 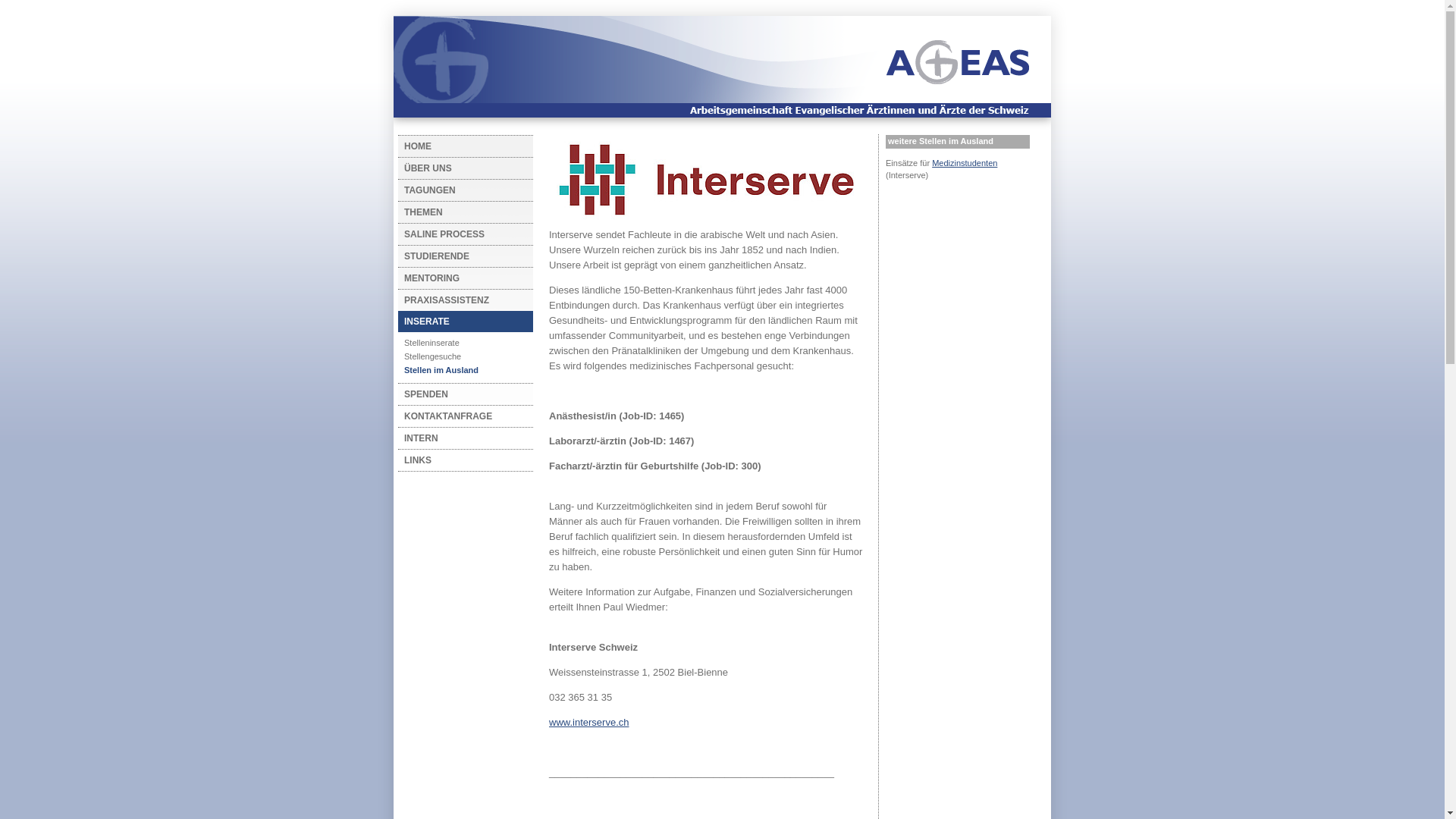 What do you see at coordinates (460, 300) in the screenshot?
I see `'PRAXISASSISTENZ'` at bounding box center [460, 300].